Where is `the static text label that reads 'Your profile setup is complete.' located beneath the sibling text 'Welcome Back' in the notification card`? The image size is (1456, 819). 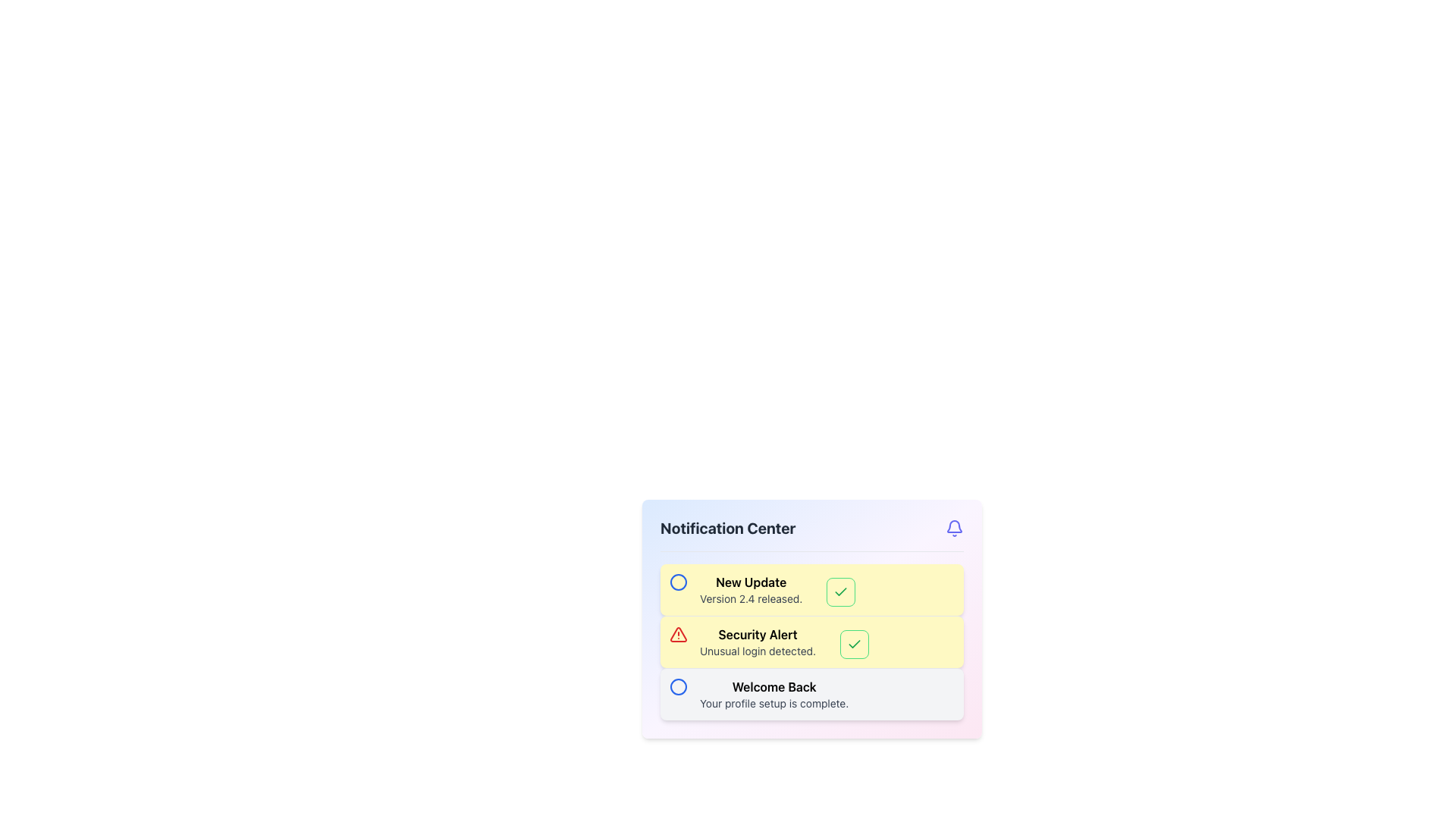 the static text label that reads 'Your profile setup is complete.' located beneath the sibling text 'Welcome Back' in the notification card is located at coordinates (774, 704).